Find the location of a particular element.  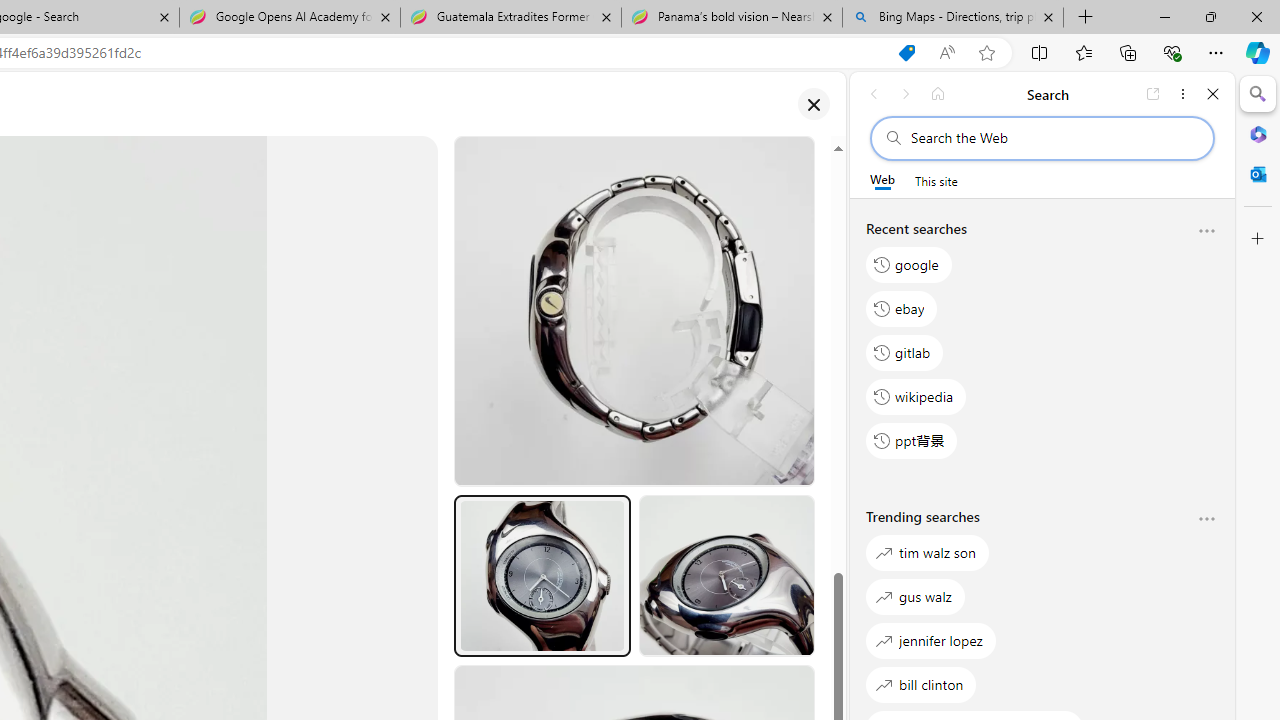

'tim walz son' is located at coordinates (927, 552).